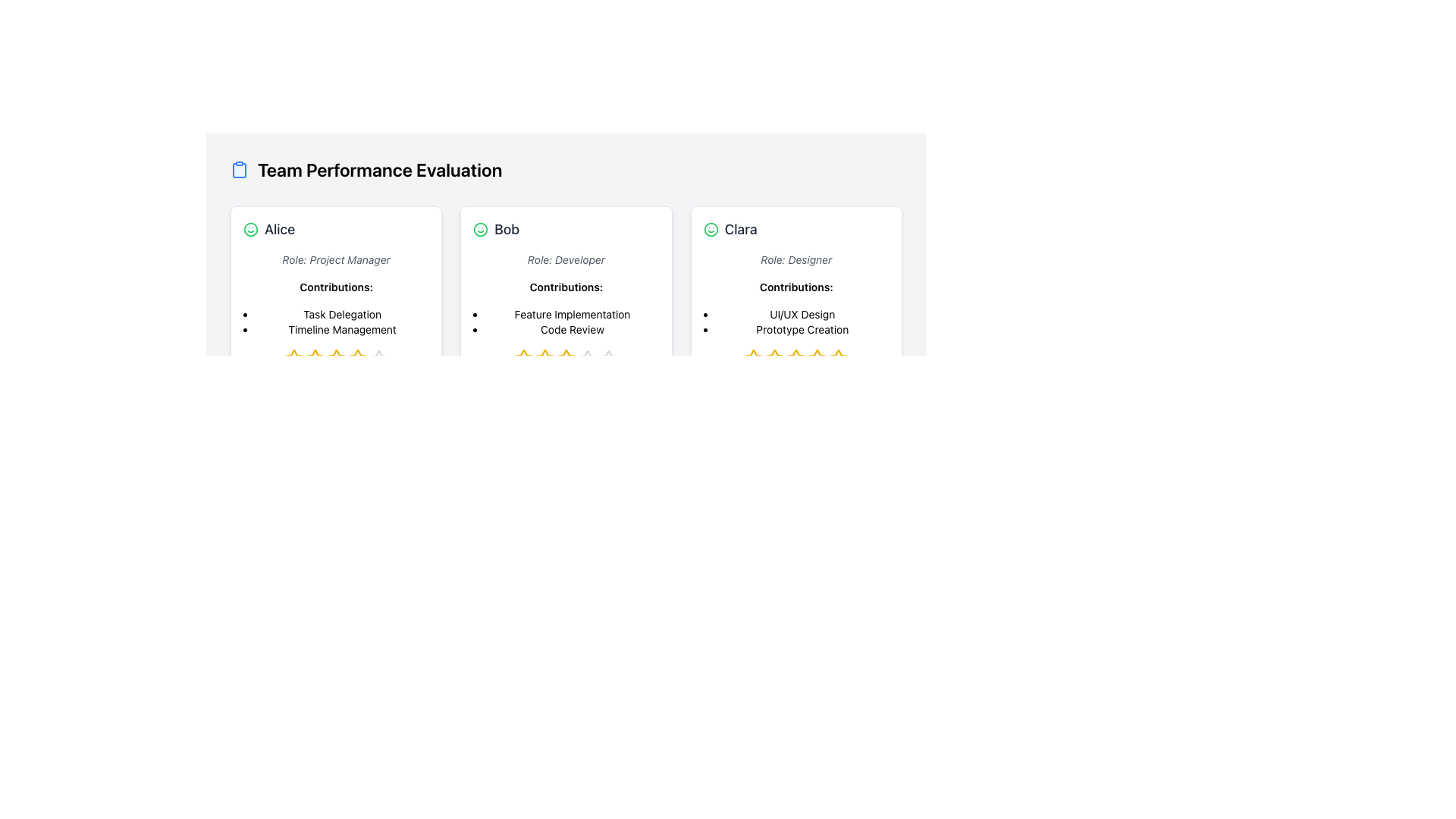  I want to click on the yellow star icon in the rating component for 'Alice' under 'Timeline Management' to rate it, so click(293, 358).